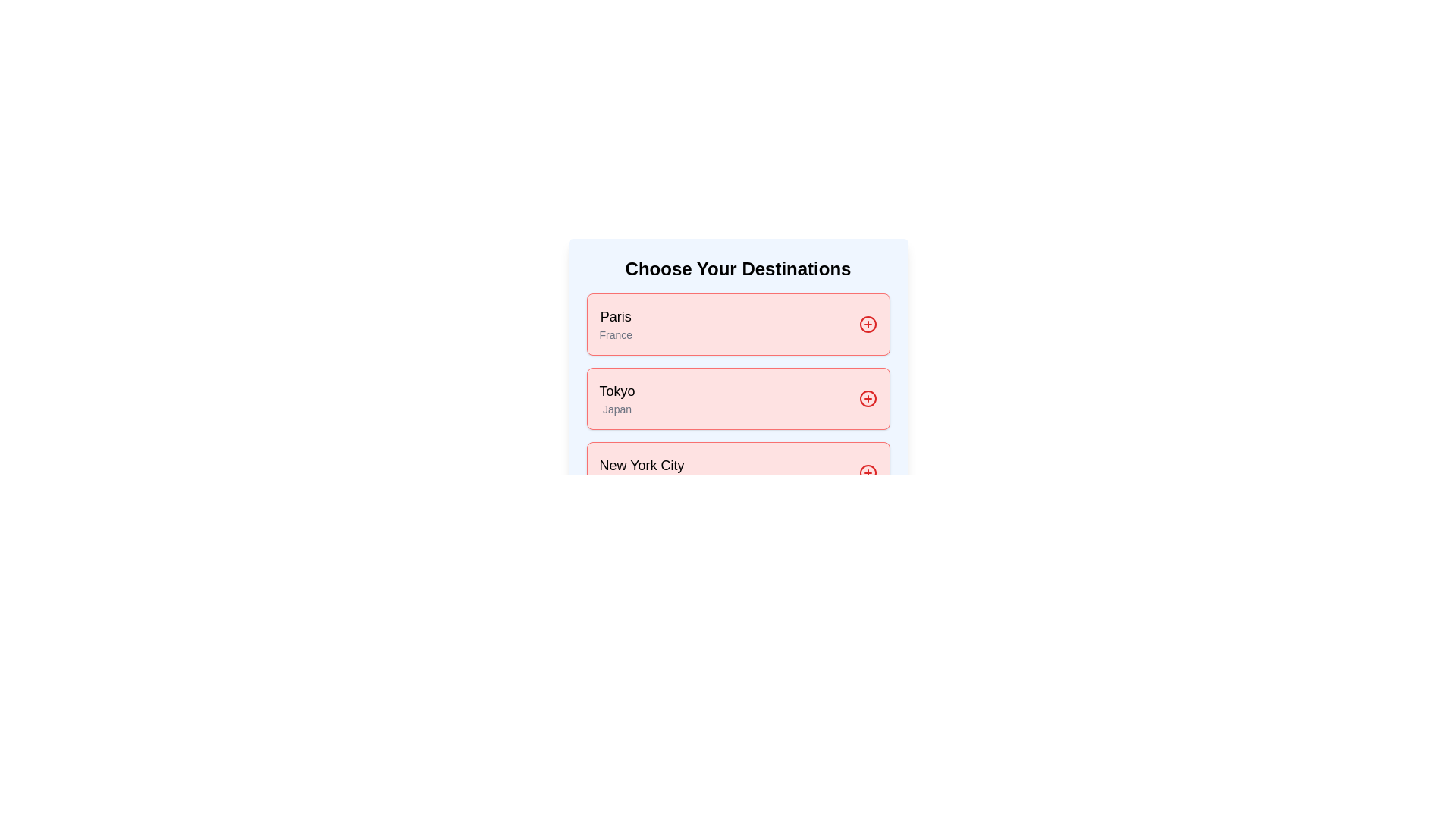 The image size is (1456, 819). What do you see at coordinates (868, 472) in the screenshot?
I see `the circular red button with a plus symbol located in the 'Choose Your Destinations' section for 'New York City USA'` at bounding box center [868, 472].